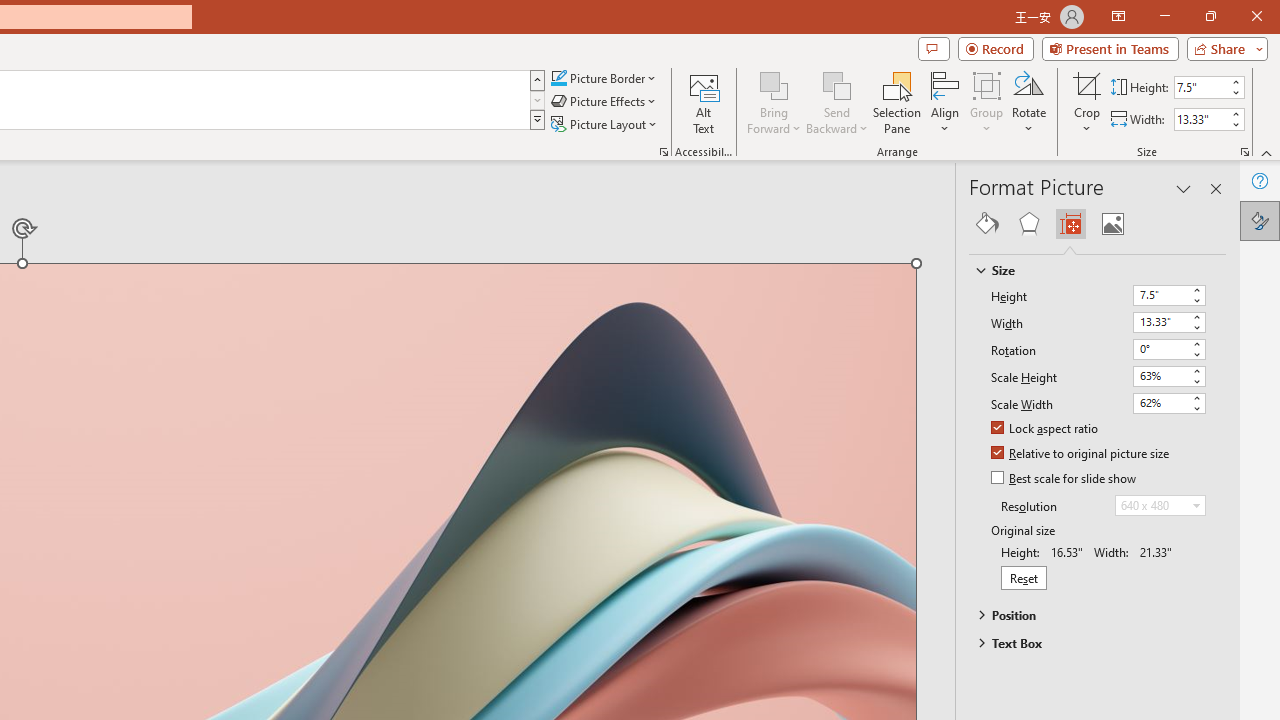  What do you see at coordinates (663, 150) in the screenshot?
I see `'Picture...'` at bounding box center [663, 150].